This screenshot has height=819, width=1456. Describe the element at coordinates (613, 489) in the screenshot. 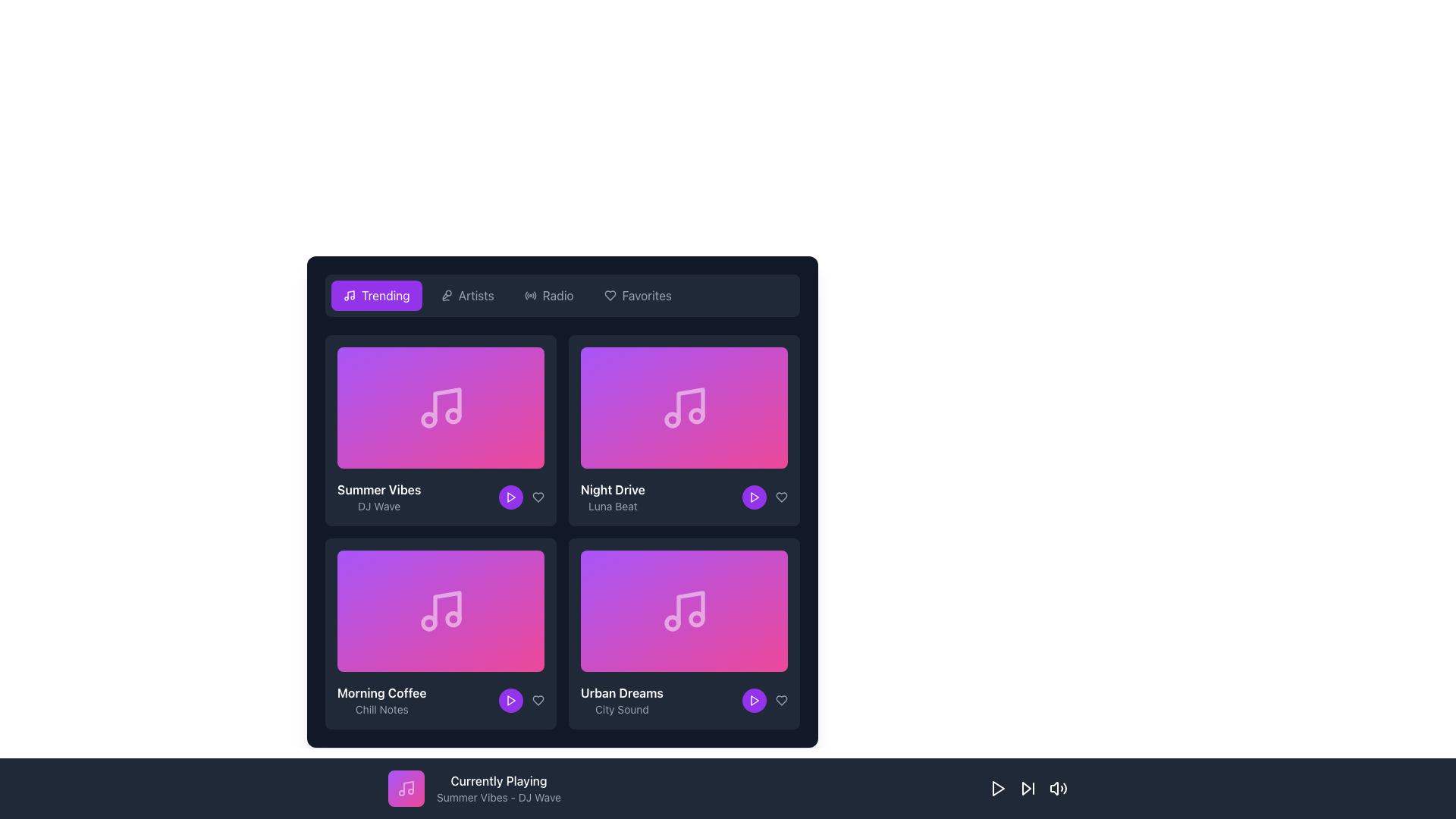

I see `text content of the 'Night Drive' label, which is displayed in bold white font above the 'Luna Beat' label on a dark background` at that location.